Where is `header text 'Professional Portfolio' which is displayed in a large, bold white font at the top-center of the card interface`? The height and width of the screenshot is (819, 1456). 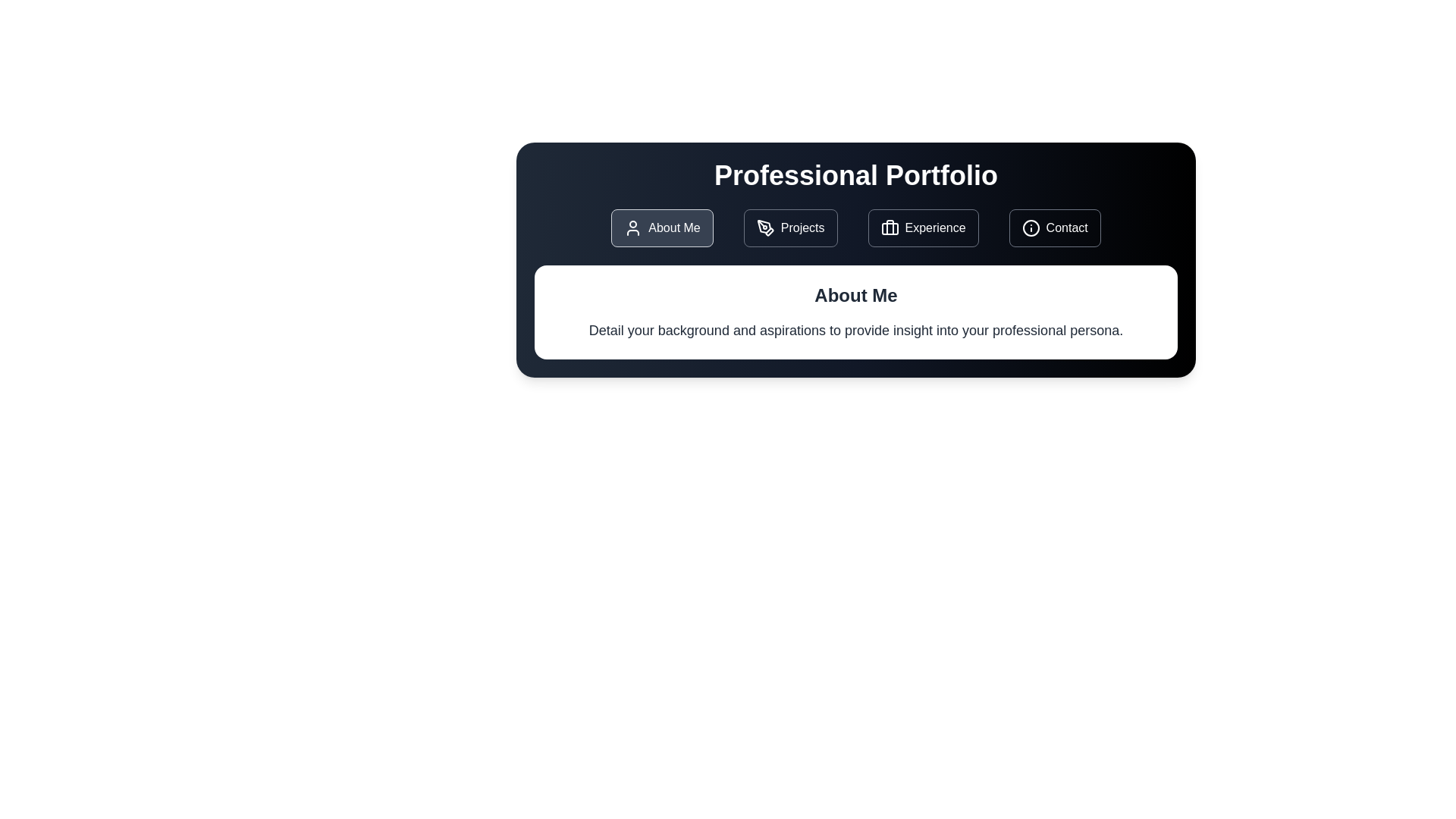
header text 'Professional Portfolio' which is displayed in a large, bold white font at the top-center of the card interface is located at coordinates (855, 174).